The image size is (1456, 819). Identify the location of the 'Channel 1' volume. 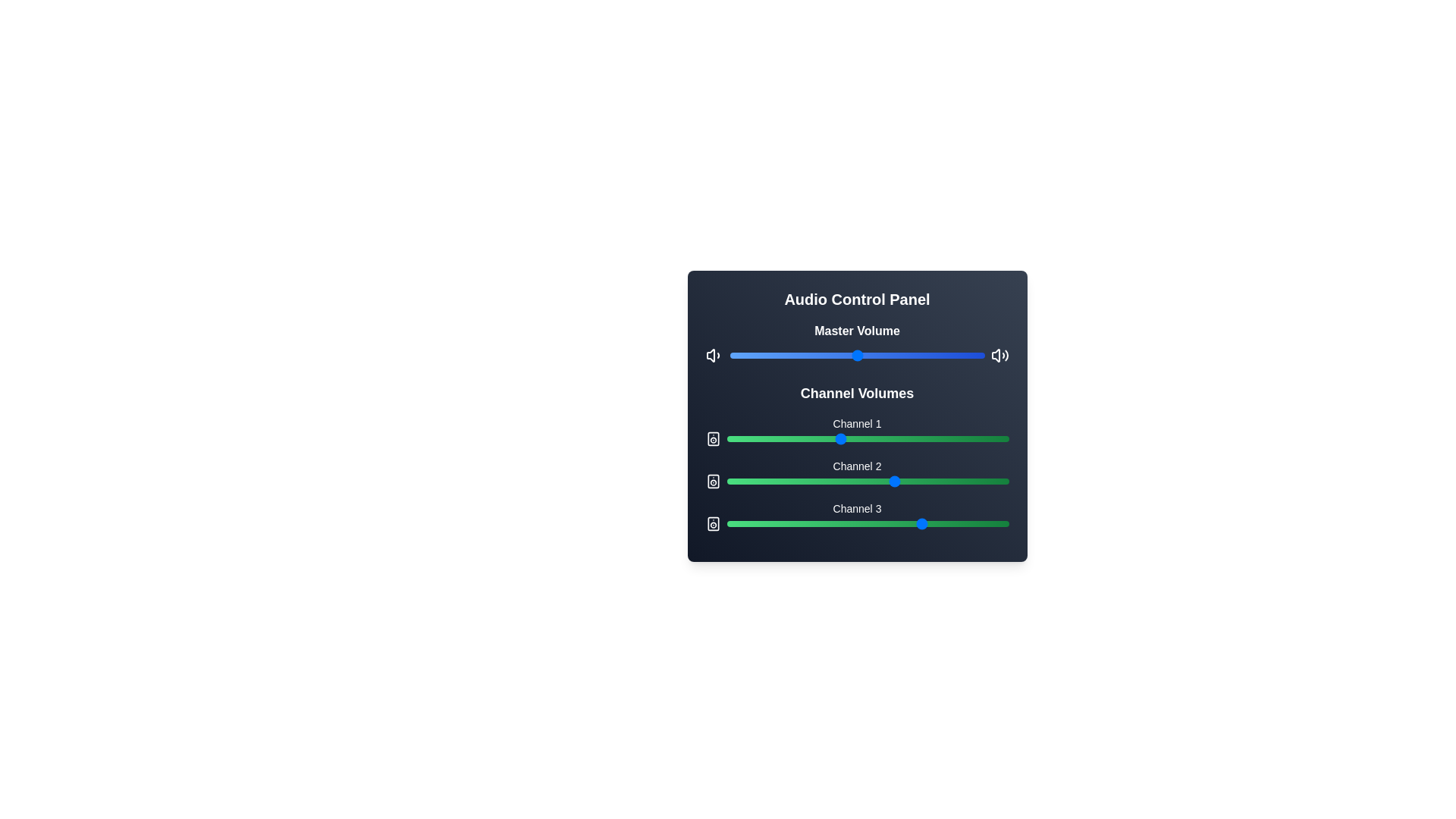
(791, 438).